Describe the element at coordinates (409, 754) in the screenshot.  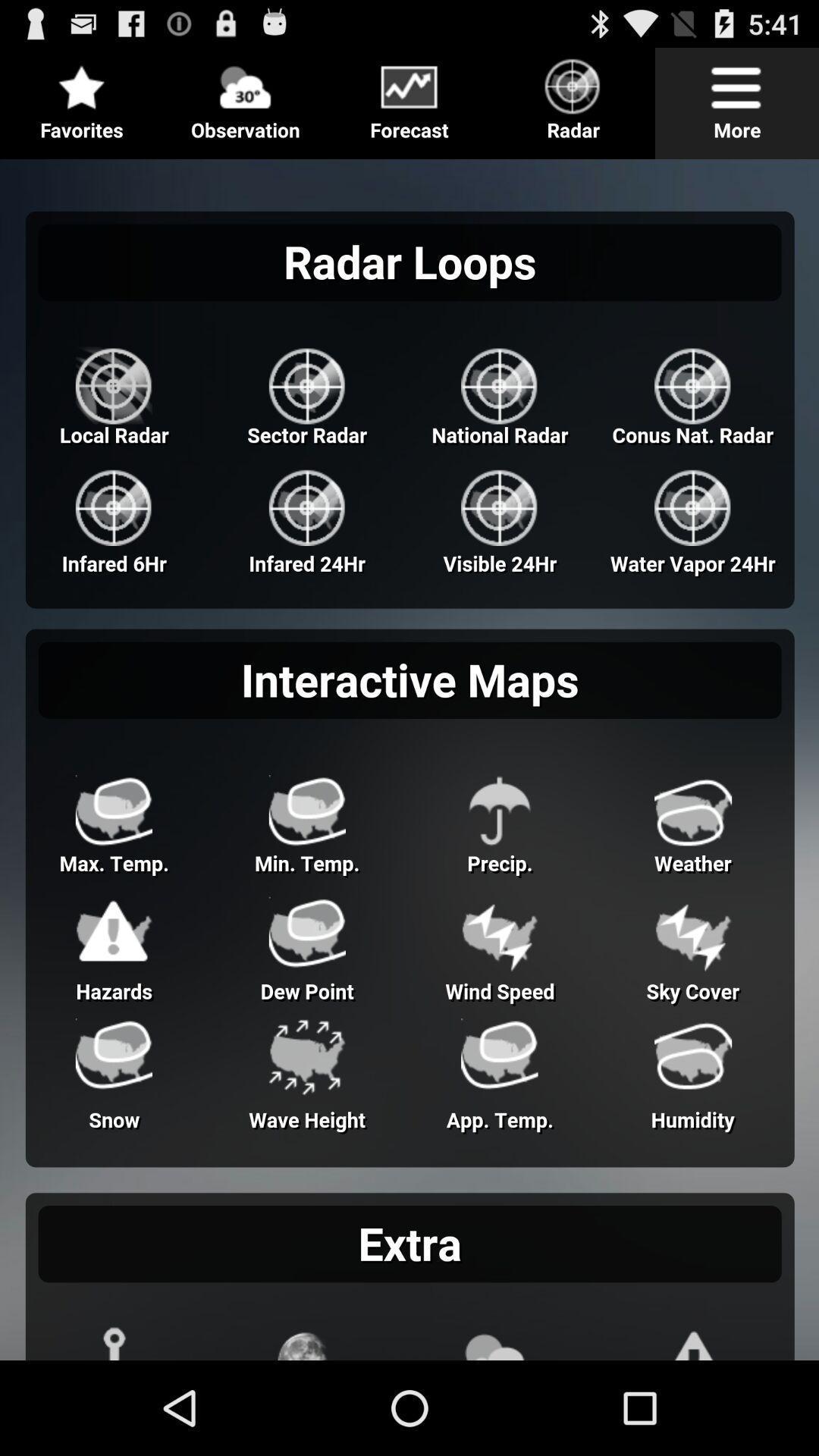
I see `adventisment page` at that location.